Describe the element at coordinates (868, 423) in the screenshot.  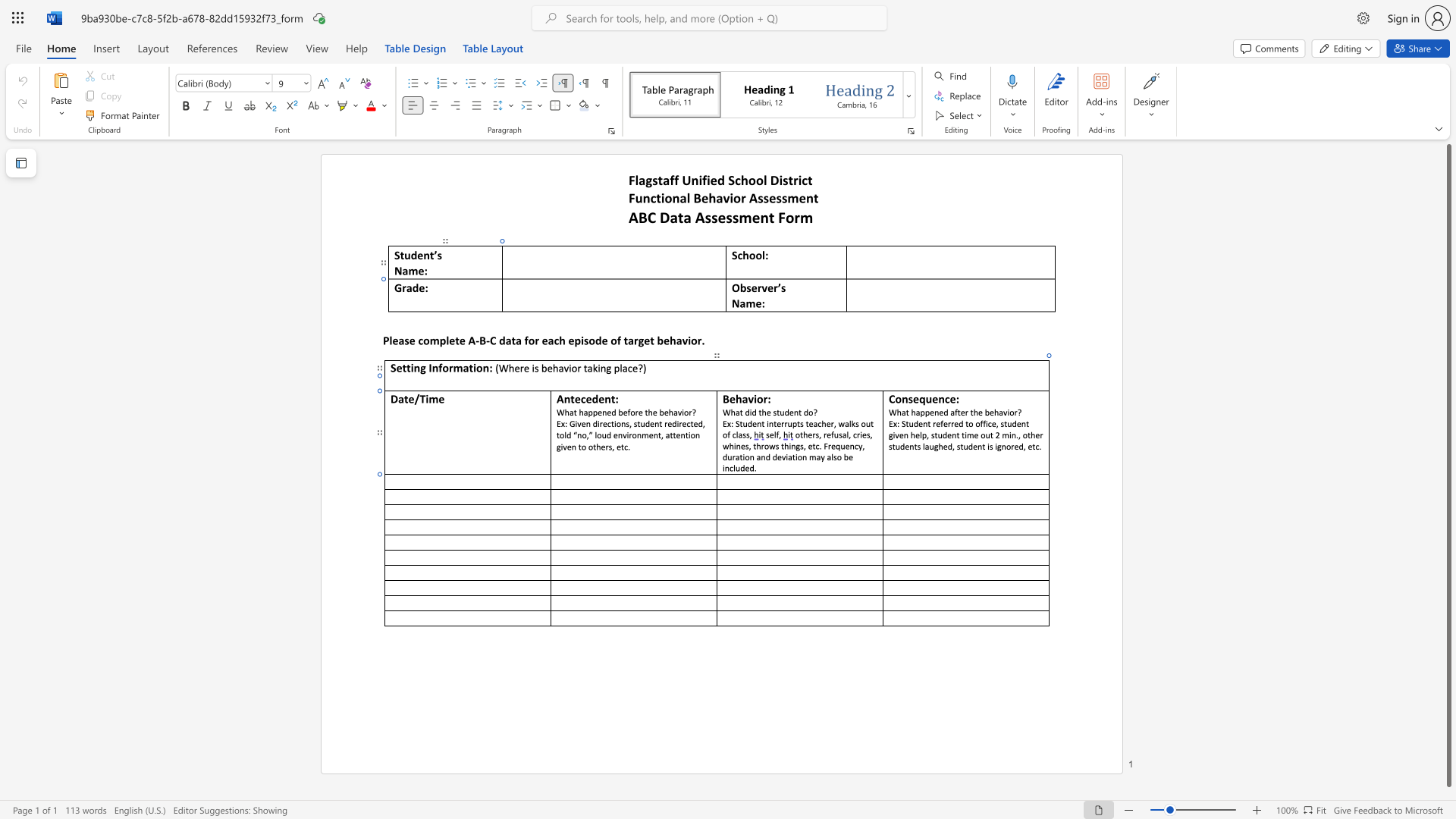
I see `the 3th character "u" in the text` at that location.